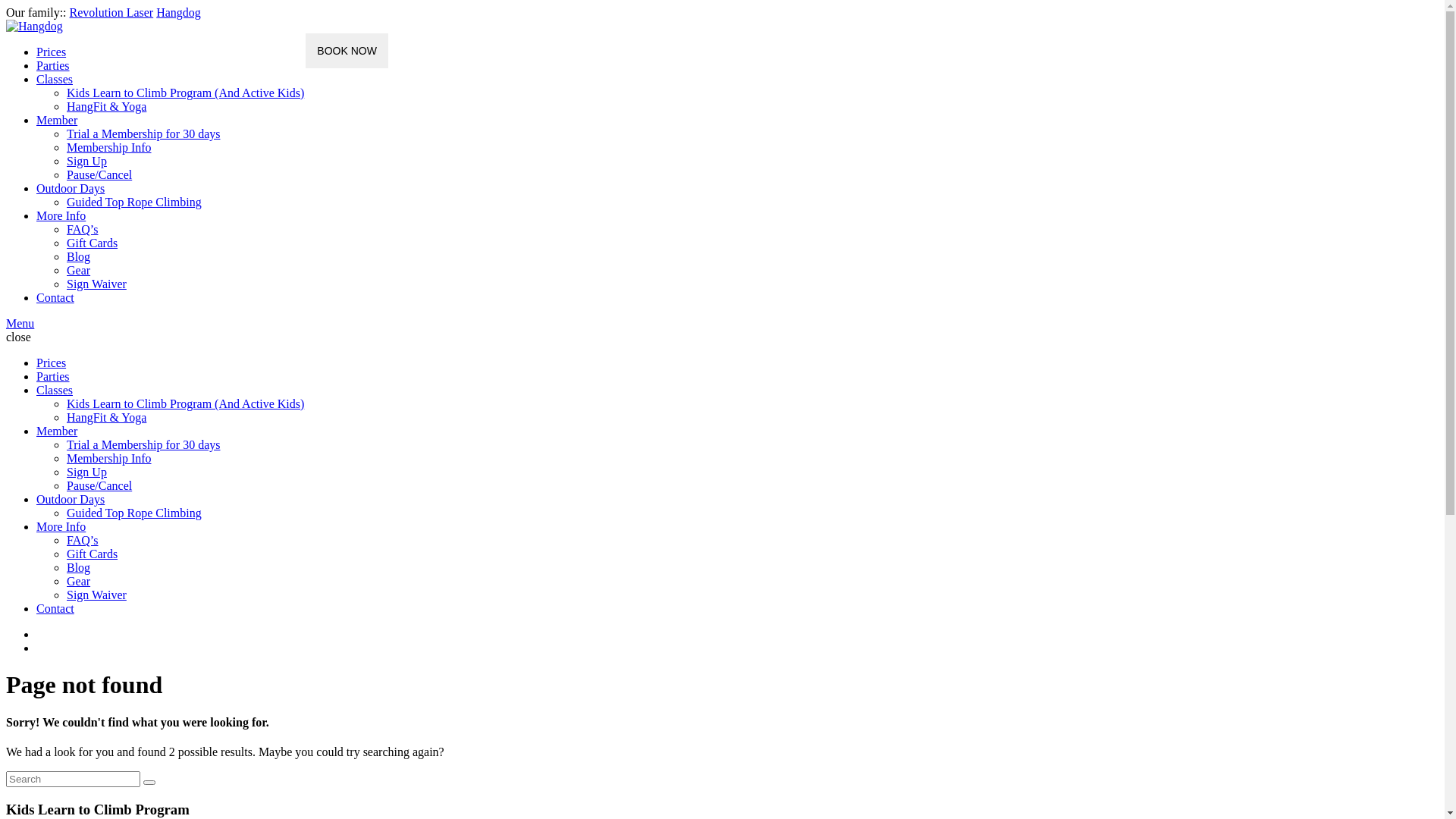 This screenshot has width=1456, height=819. I want to click on 'close', so click(18, 336).